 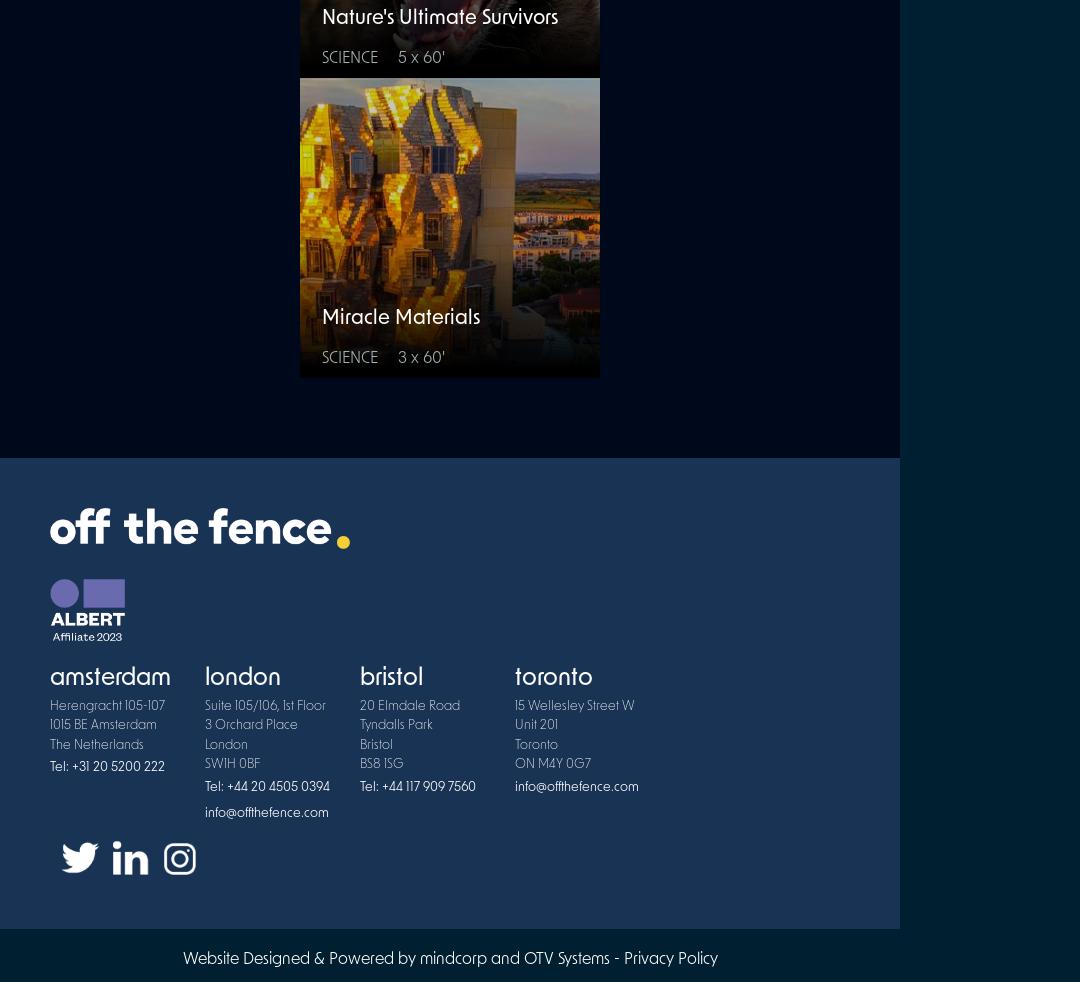 I want to click on 'Tel: +31 20 5200 222', so click(x=107, y=767).